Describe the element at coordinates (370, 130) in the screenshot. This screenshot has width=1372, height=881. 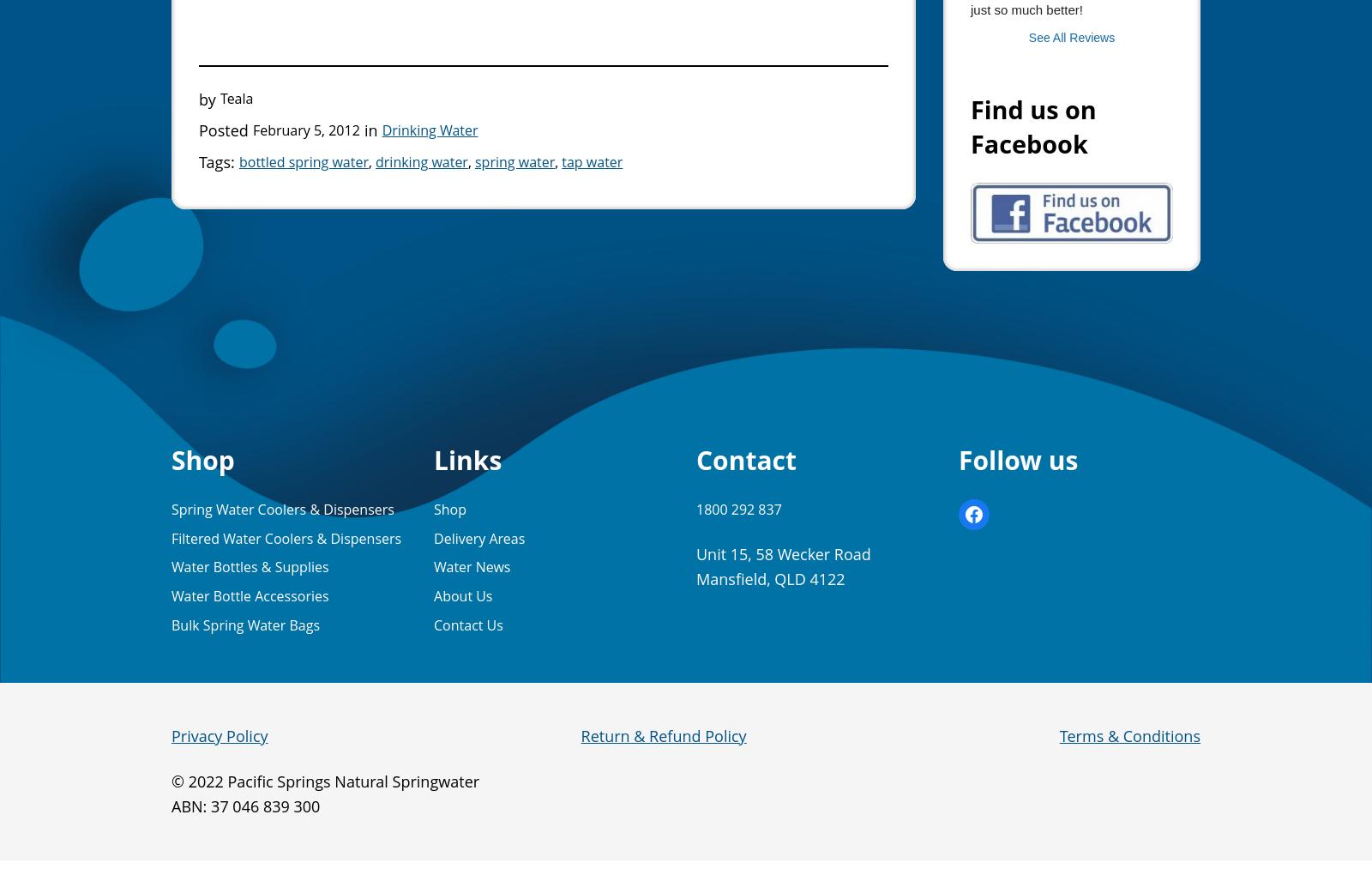
I see `'in'` at that location.